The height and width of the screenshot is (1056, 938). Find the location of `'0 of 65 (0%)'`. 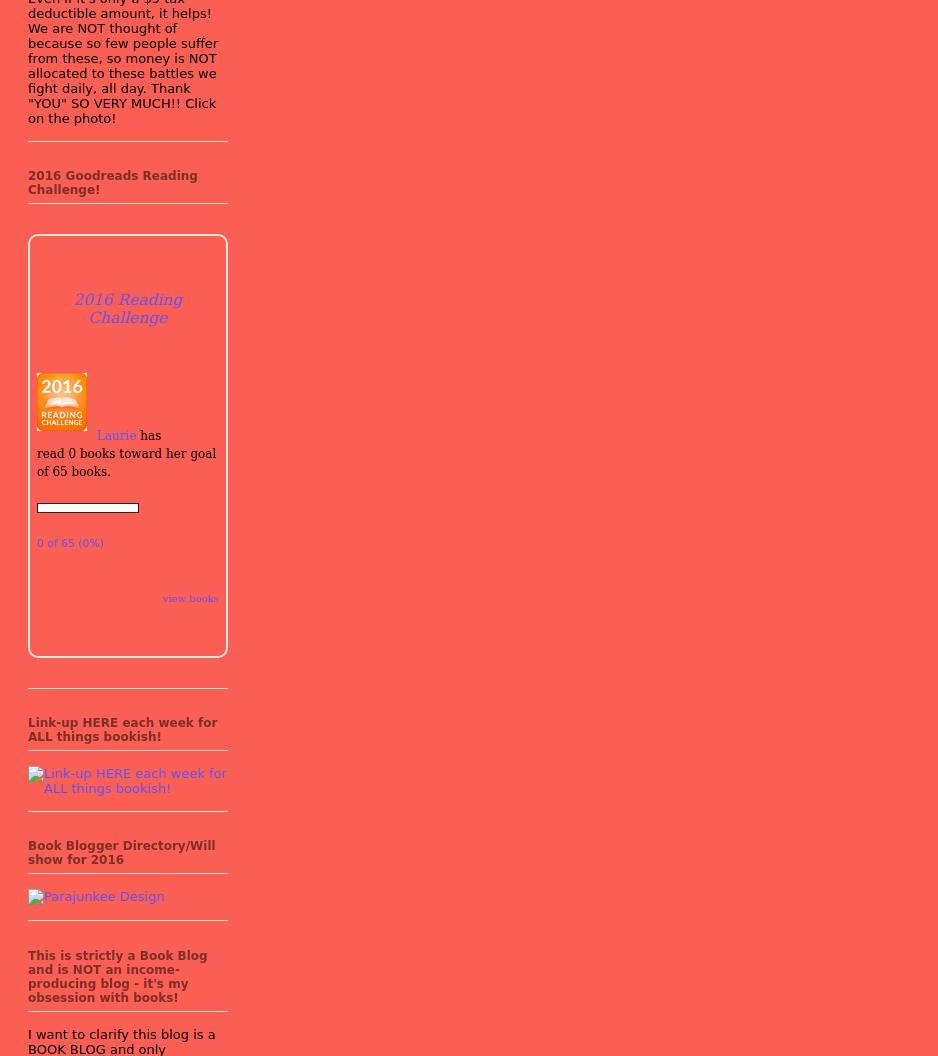

'0 of 65 (0%)' is located at coordinates (69, 543).